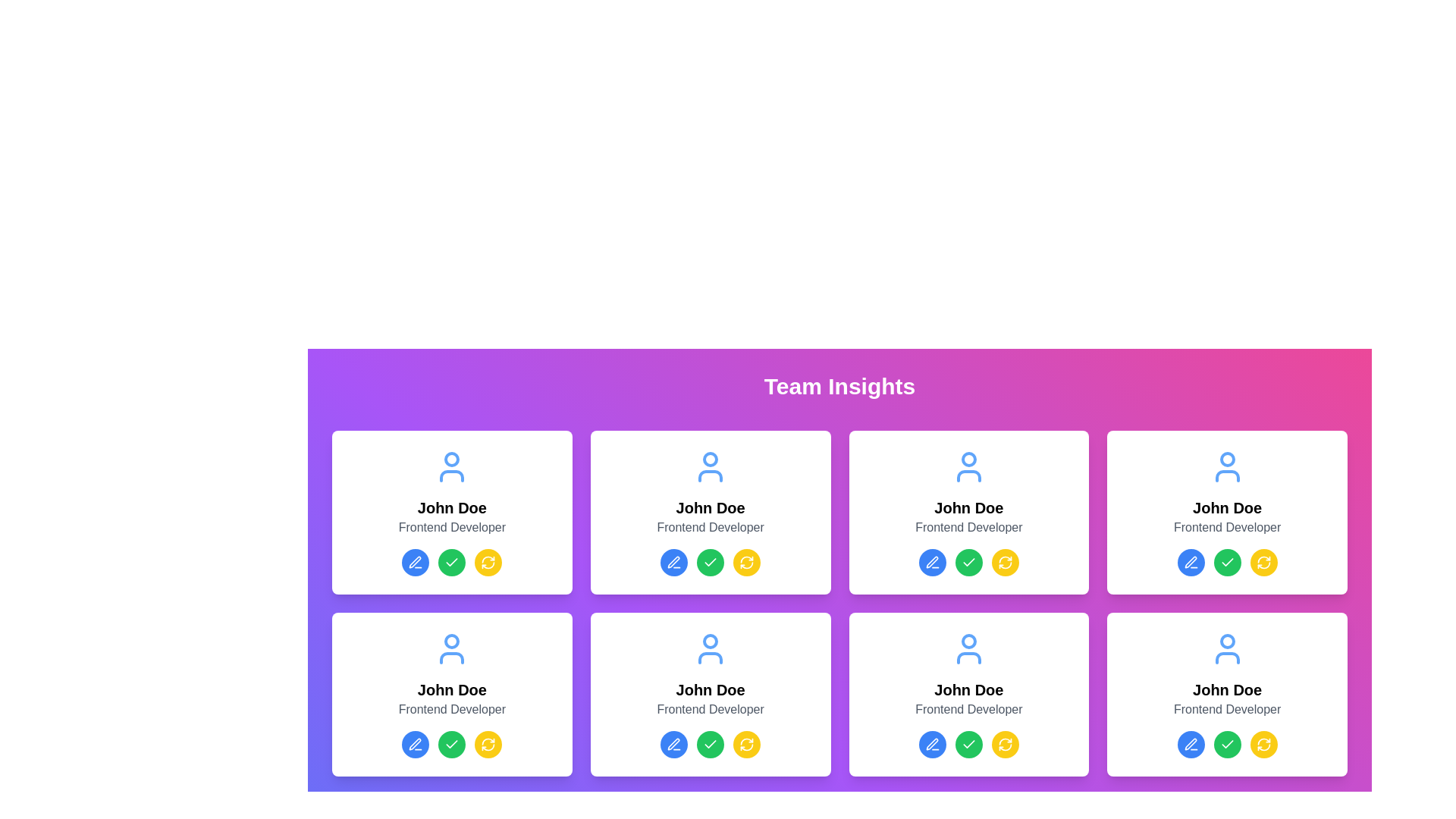 The height and width of the screenshot is (819, 1456). I want to click on the text label that reads 'Frontend Developer' in gray font, located in the bottom-left region of the last card in the third row of the grid, so click(968, 710).